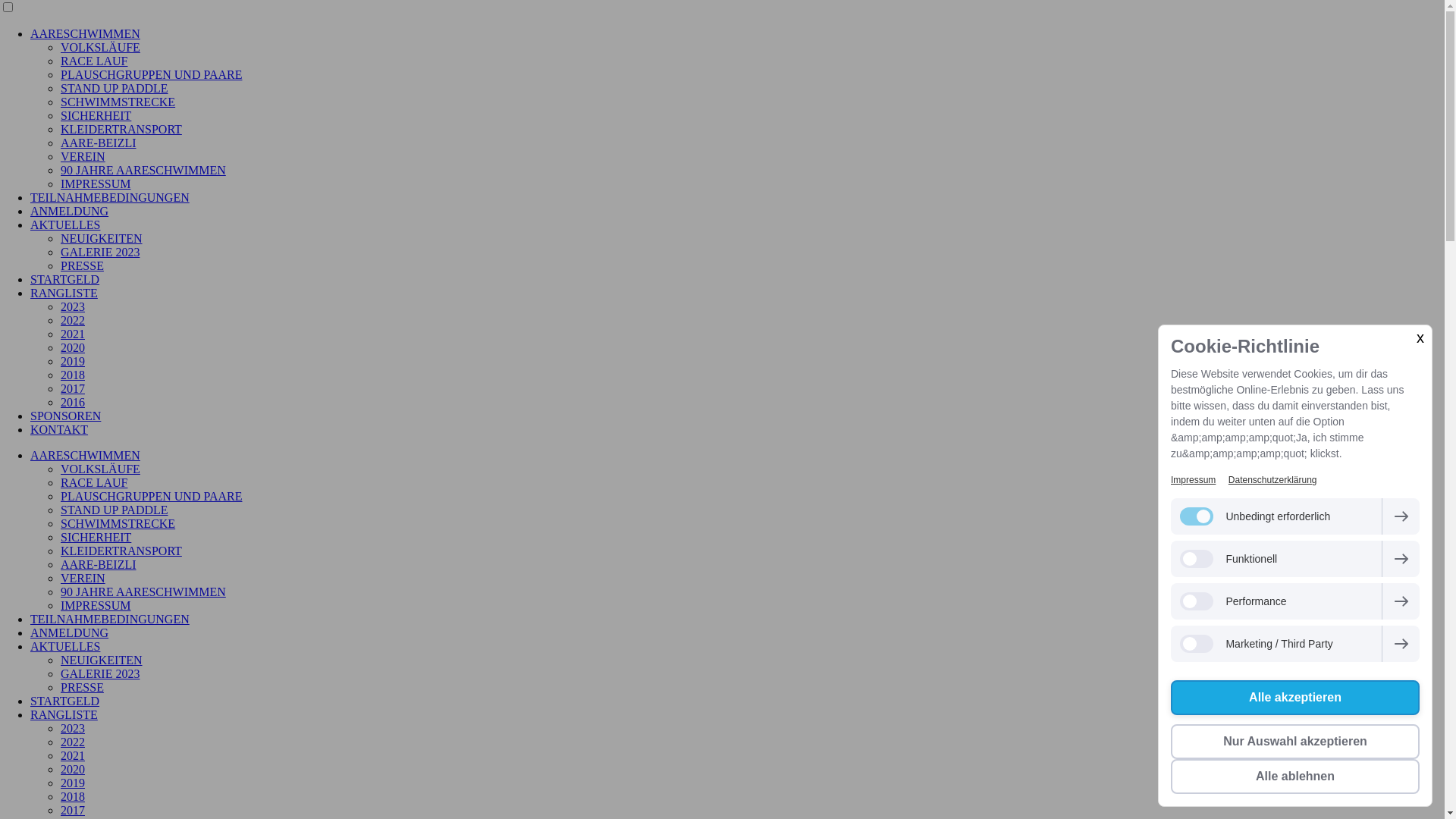 Image resolution: width=1456 pixels, height=819 pixels. Describe the element at coordinates (68, 211) in the screenshot. I see `'ANMELDUNG'` at that location.